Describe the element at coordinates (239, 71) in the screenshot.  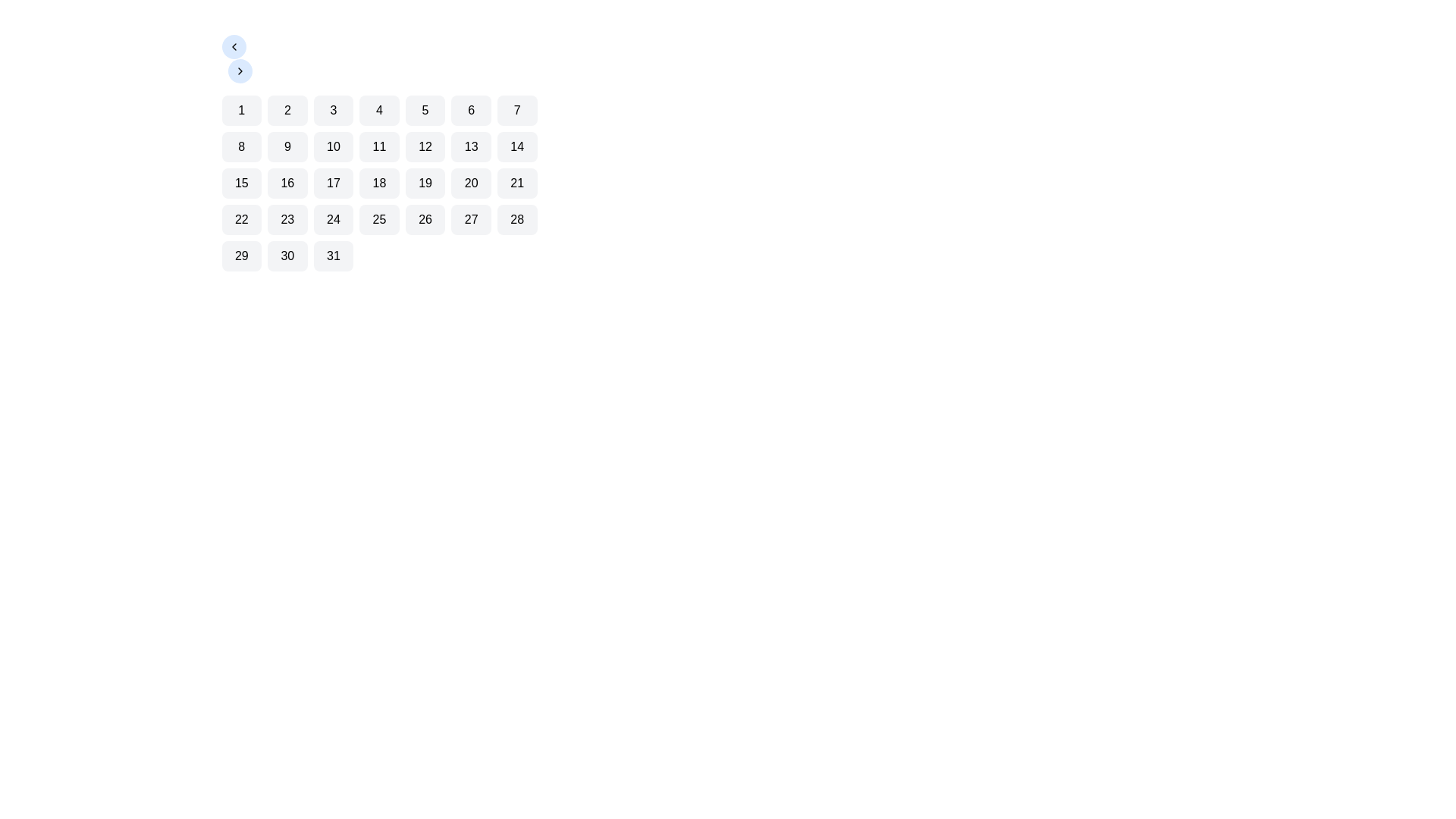
I see `the rightward-pointing chevron icon within the circular button with a light blue background` at that location.